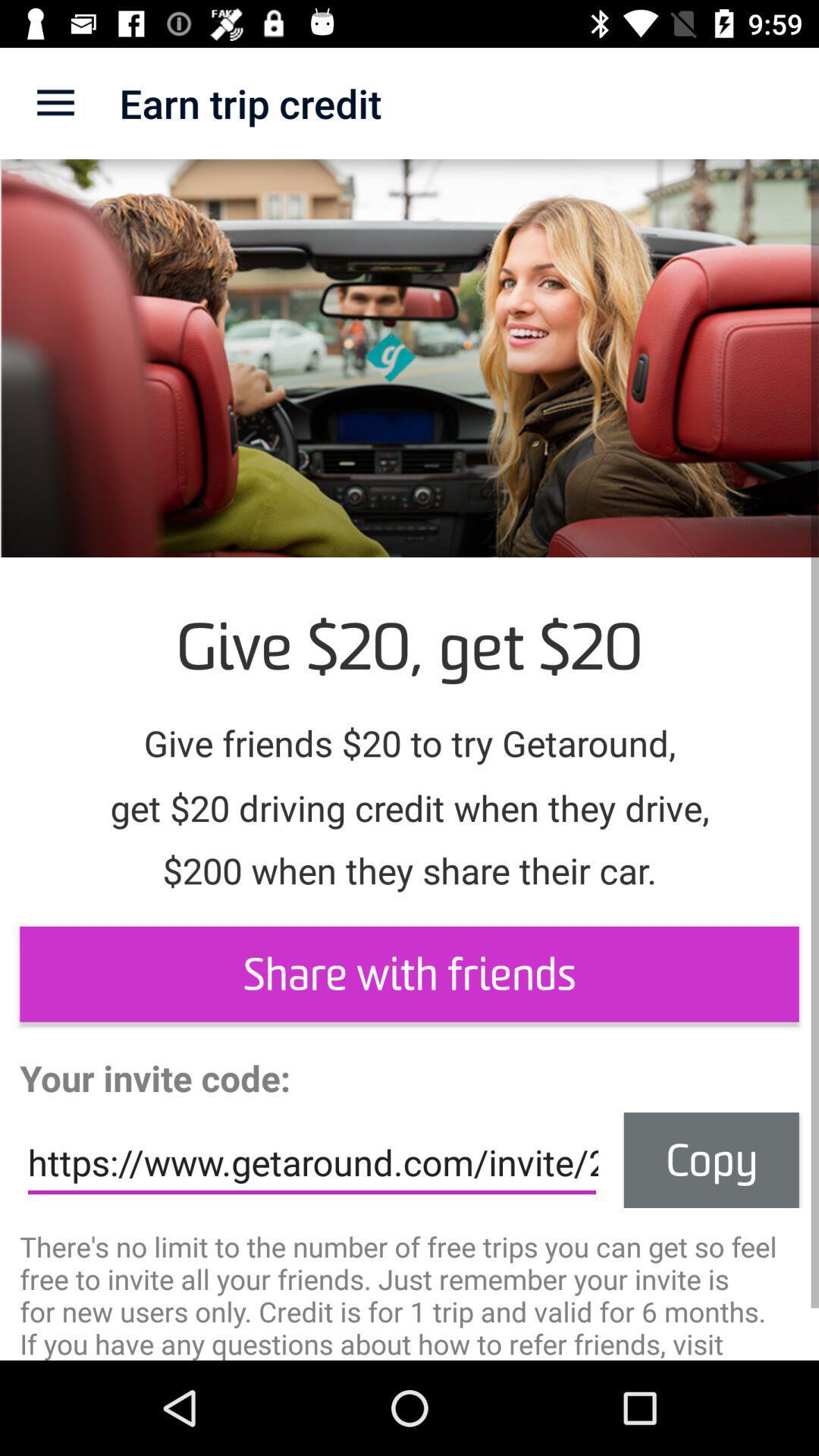  I want to click on the item at the bottom right corner, so click(711, 1159).